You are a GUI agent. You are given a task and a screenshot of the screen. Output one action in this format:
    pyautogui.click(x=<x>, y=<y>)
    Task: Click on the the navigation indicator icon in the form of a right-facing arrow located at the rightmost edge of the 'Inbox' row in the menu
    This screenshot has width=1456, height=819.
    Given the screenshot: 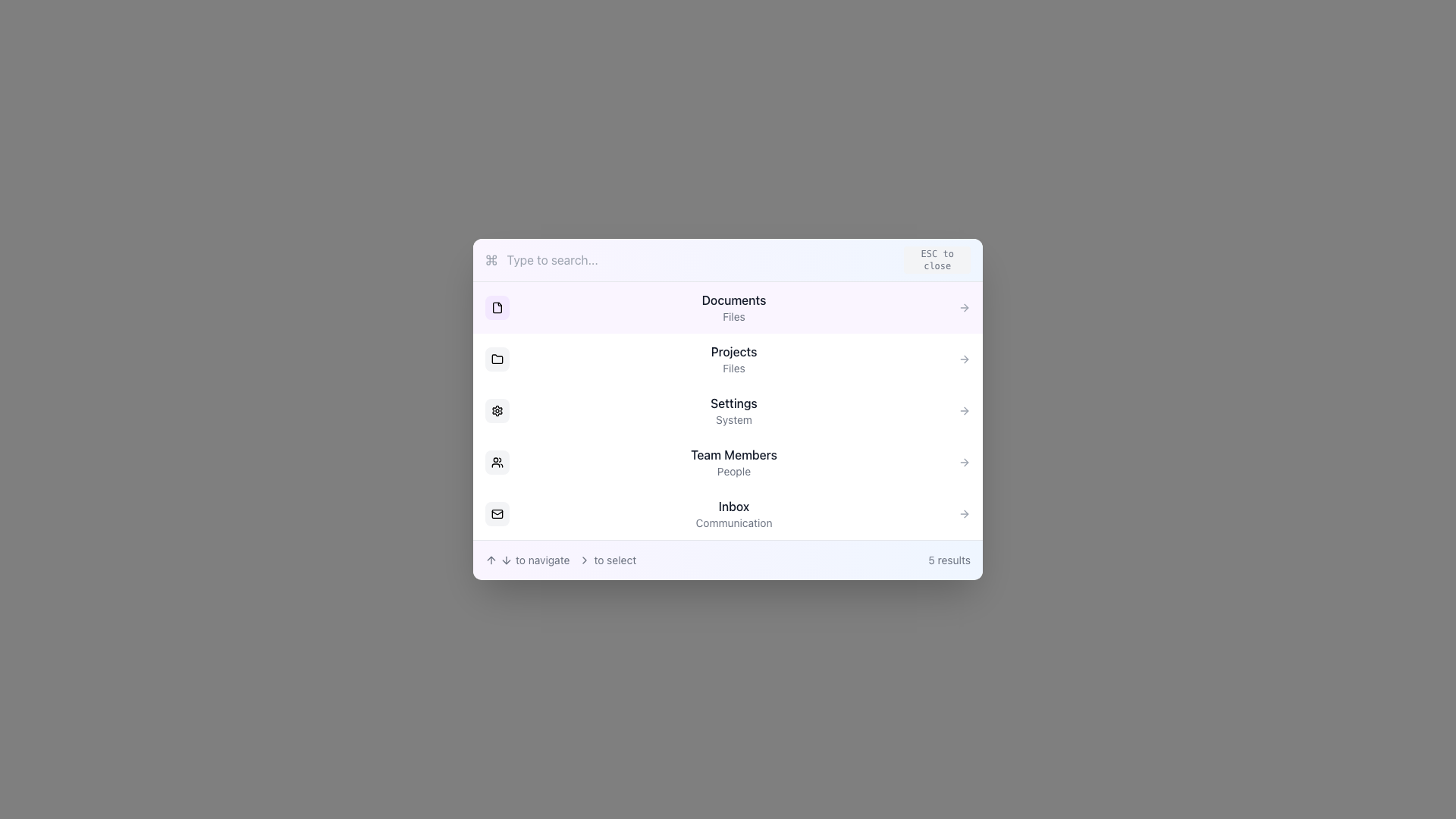 What is the action you would take?
    pyautogui.click(x=964, y=513)
    